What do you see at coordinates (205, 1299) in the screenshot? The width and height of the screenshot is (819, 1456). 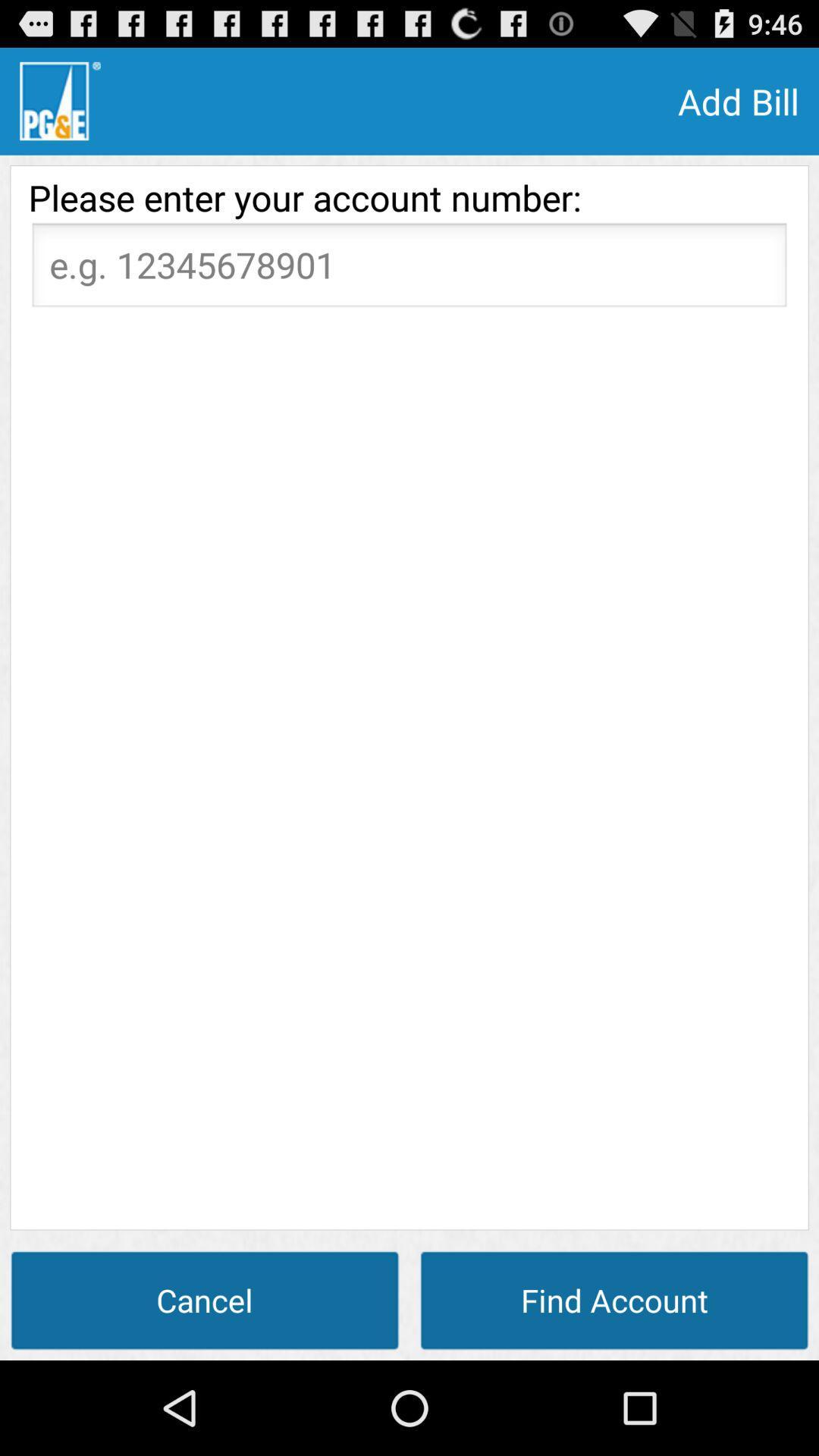 I see `the cancel` at bounding box center [205, 1299].